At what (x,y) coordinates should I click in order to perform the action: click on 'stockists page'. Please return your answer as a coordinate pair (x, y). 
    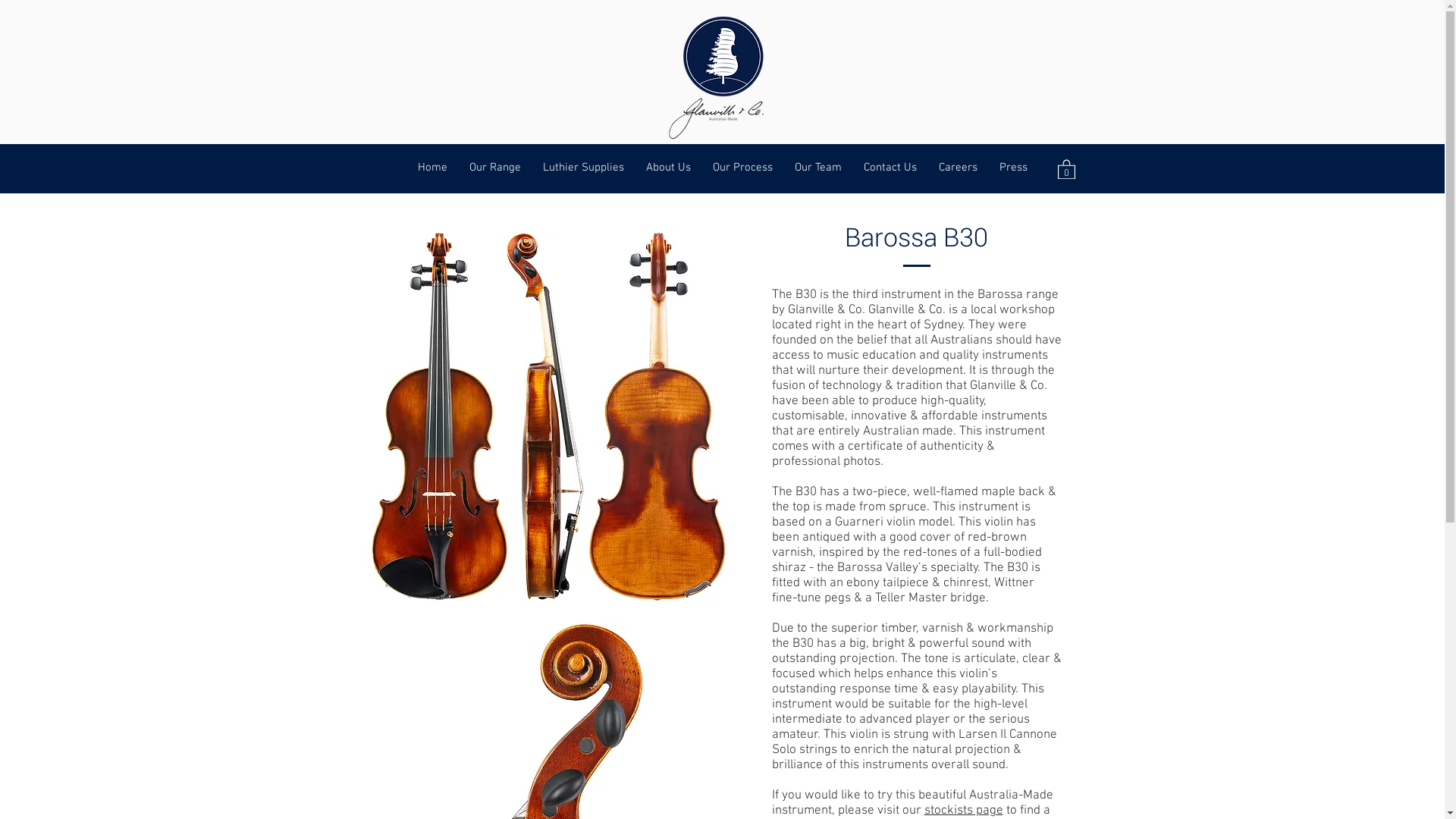
    Looking at the image, I should click on (923, 809).